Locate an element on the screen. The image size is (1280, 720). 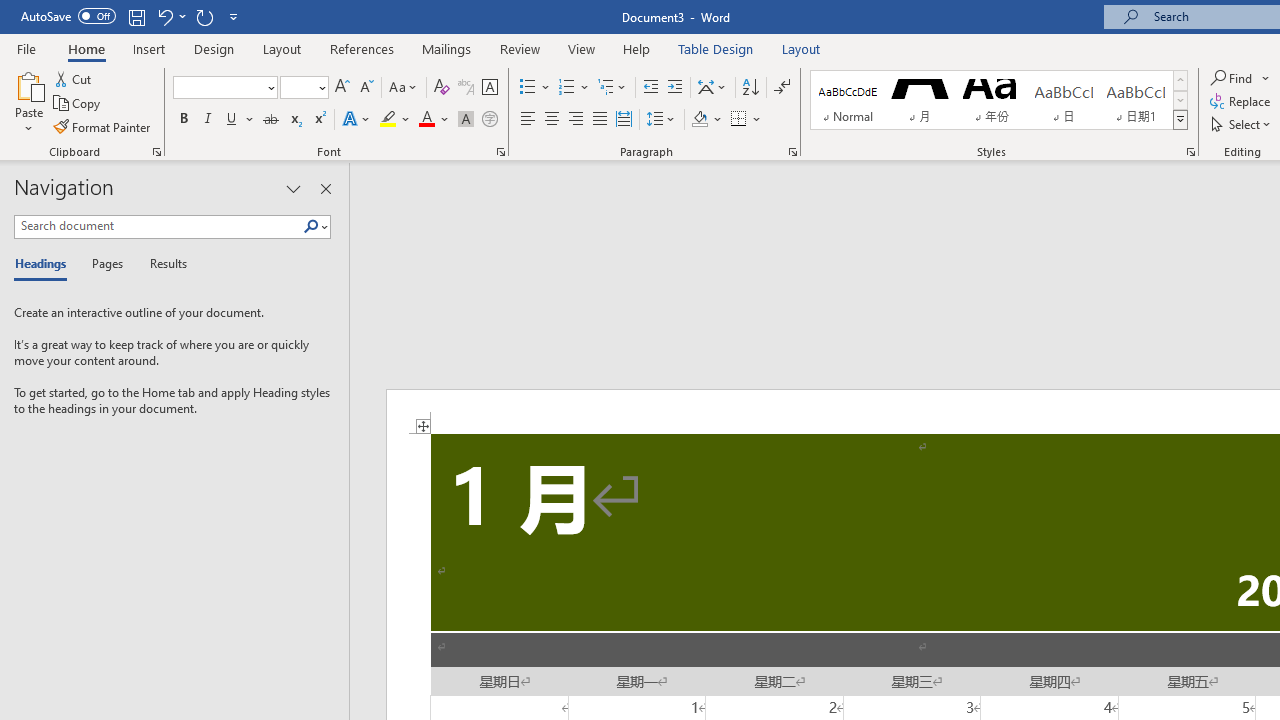
'Borders' is located at coordinates (745, 119).